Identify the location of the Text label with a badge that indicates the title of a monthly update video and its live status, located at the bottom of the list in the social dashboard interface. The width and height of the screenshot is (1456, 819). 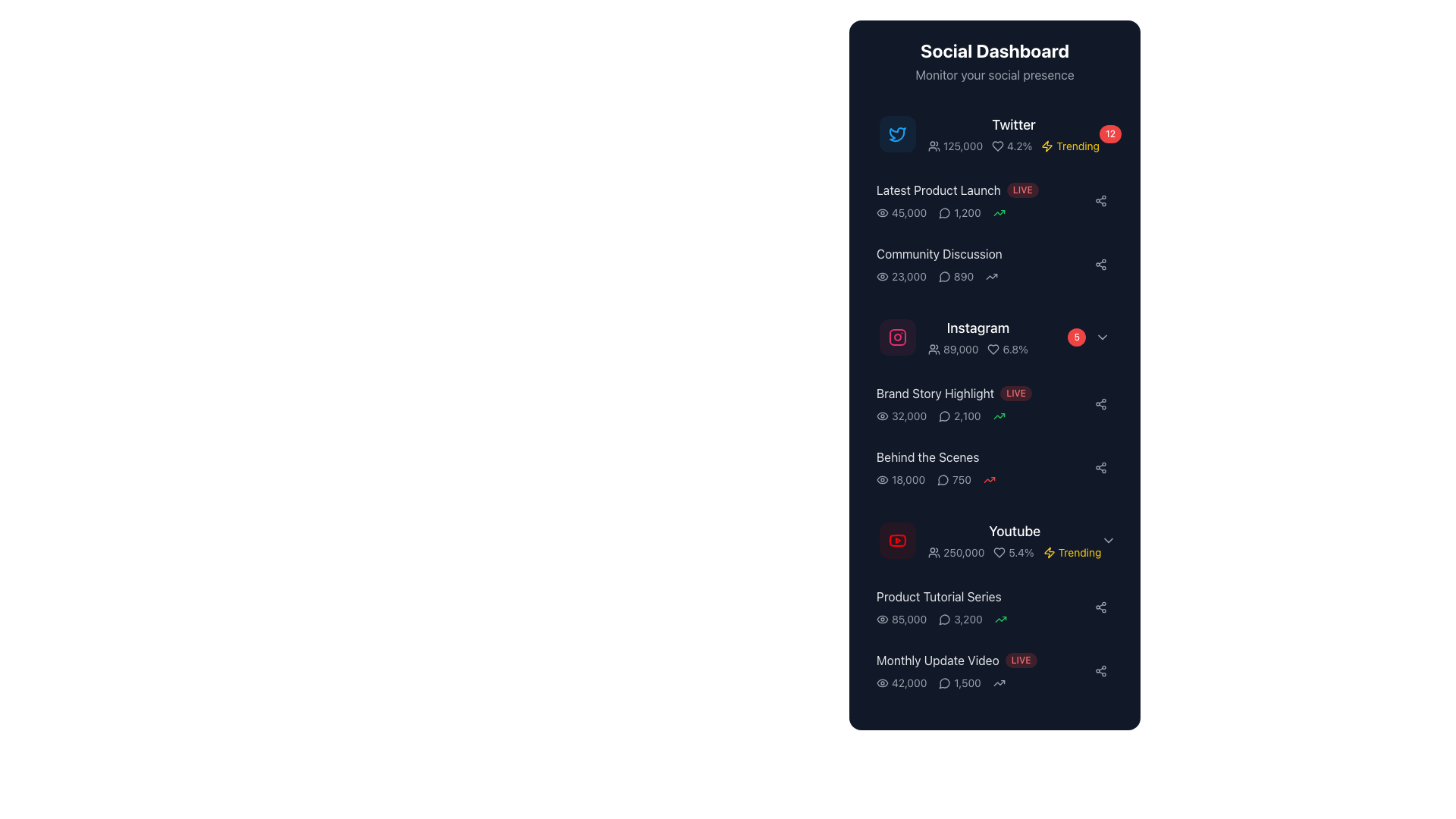
(983, 660).